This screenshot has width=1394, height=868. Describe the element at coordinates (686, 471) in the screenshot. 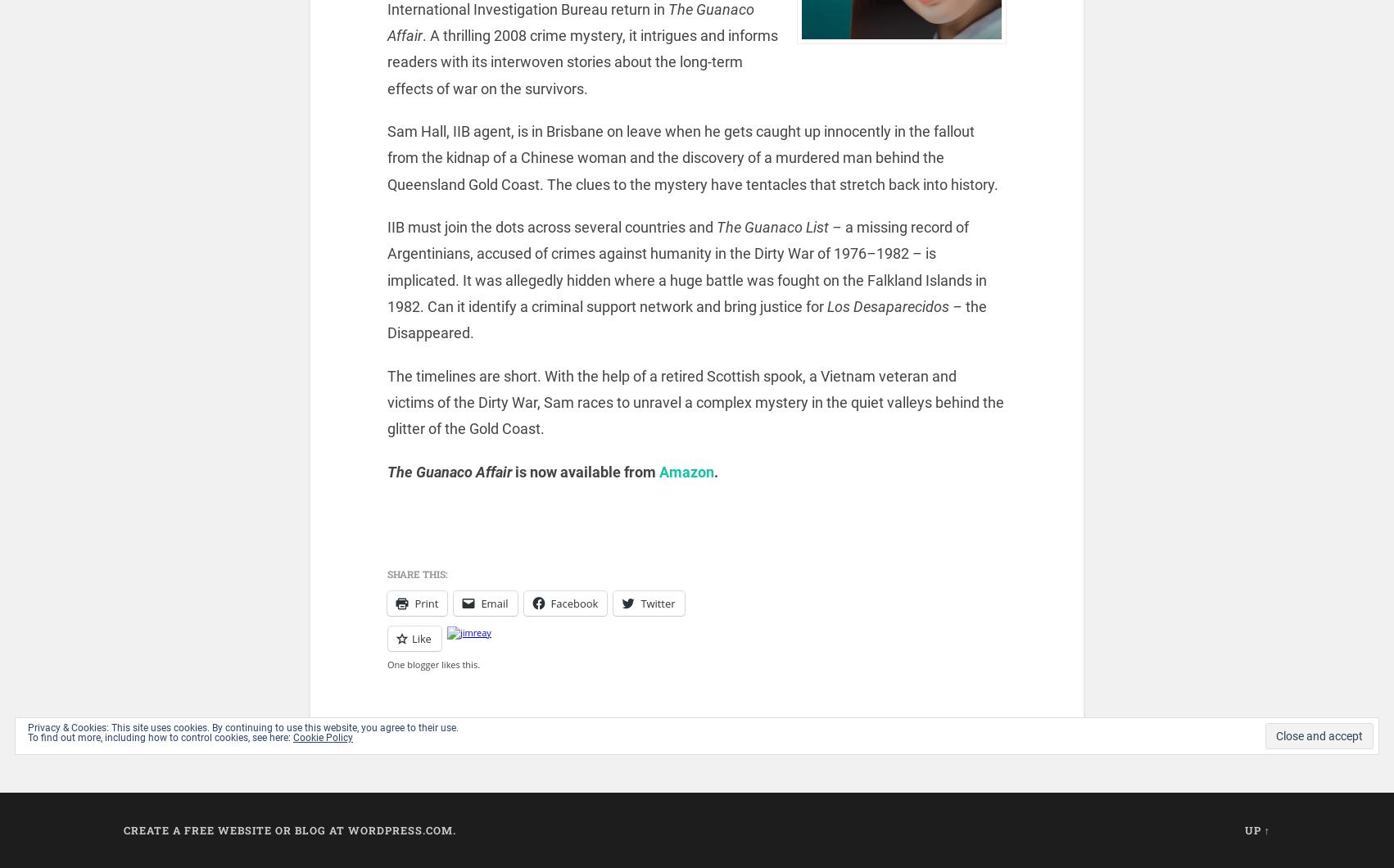

I see `'Amazon'` at that location.